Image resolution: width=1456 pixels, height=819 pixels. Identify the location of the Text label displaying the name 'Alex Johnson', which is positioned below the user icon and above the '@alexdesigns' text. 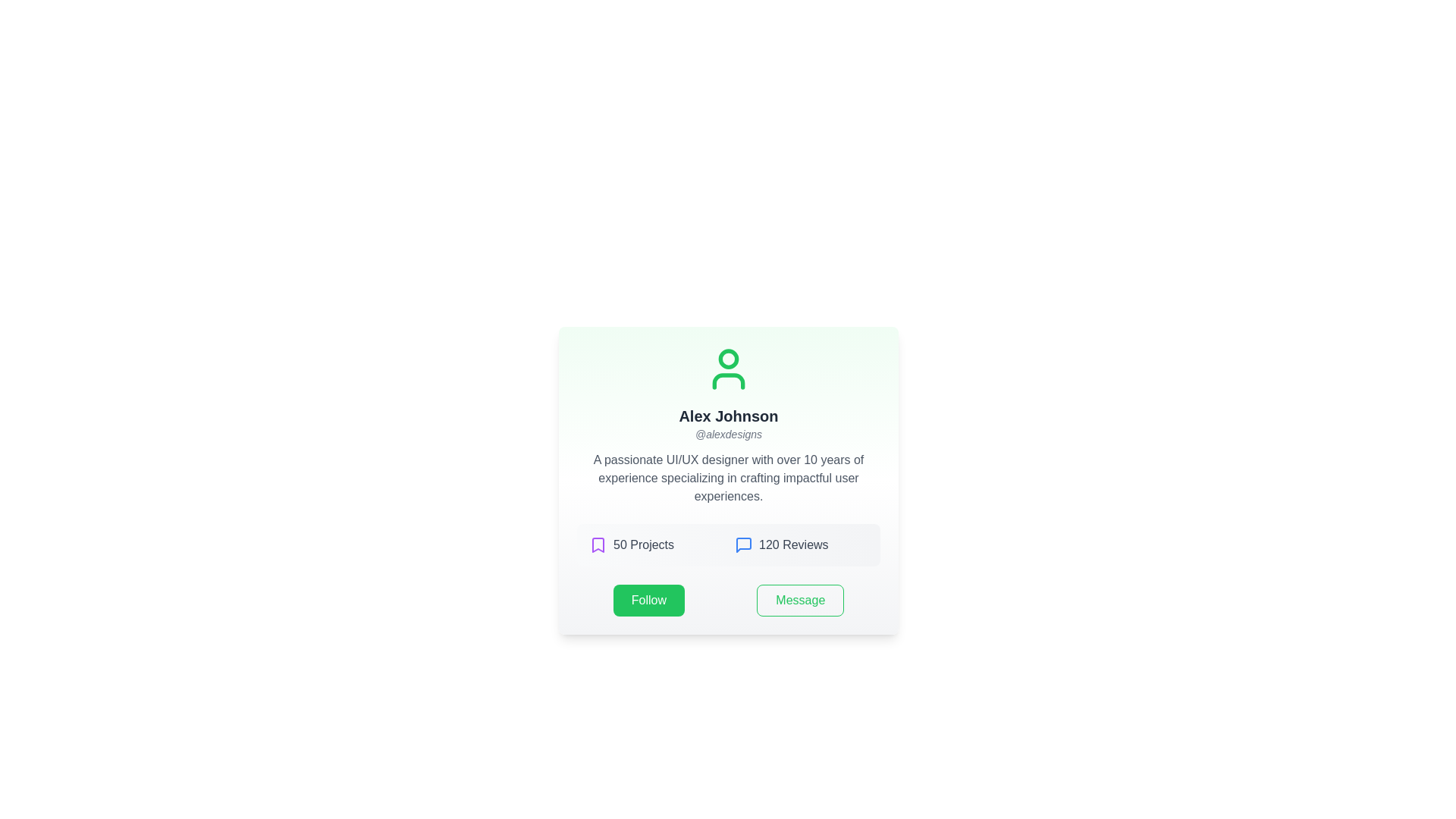
(728, 416).